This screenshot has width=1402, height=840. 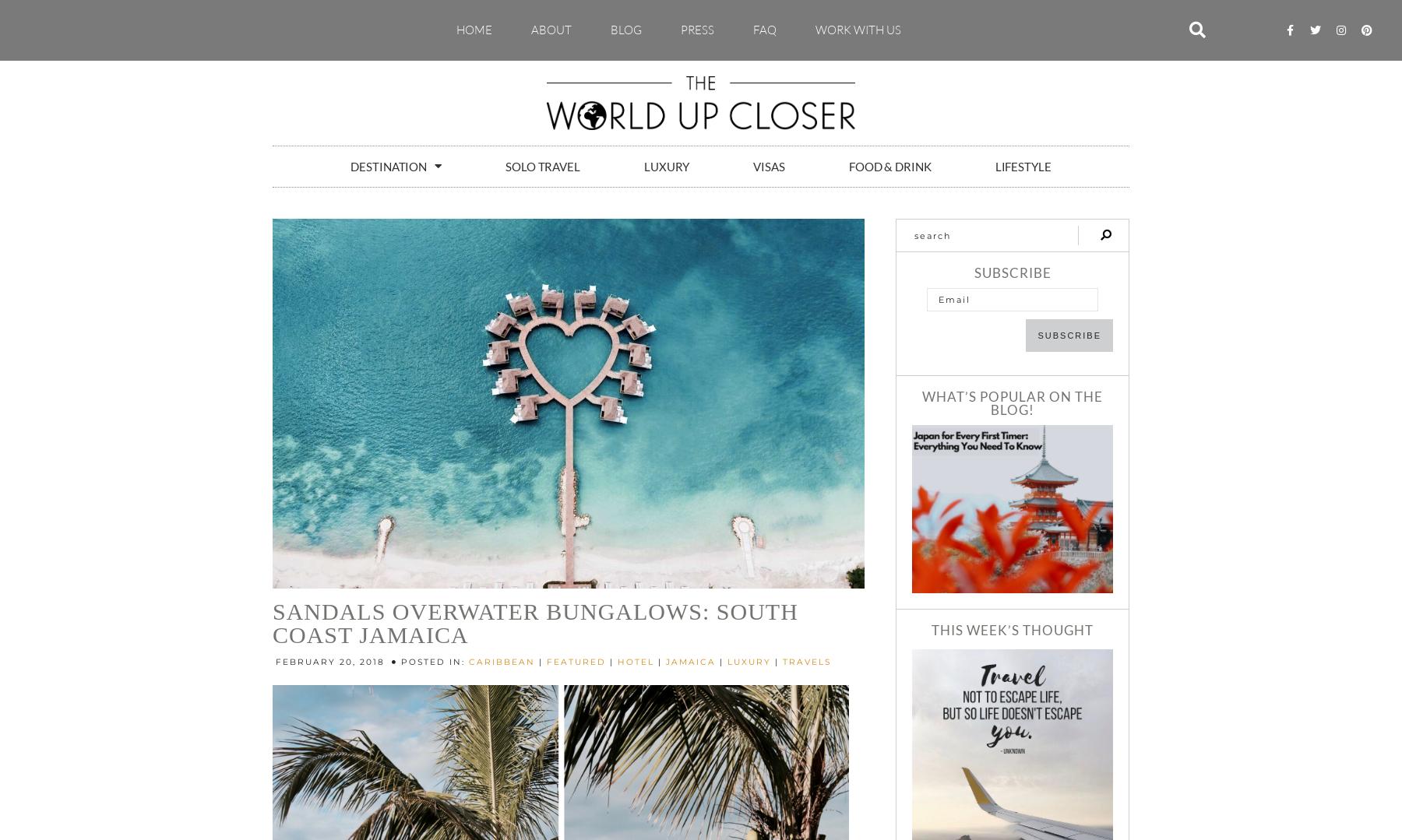 I want to click on 'Blog', so click(x=626, y=29).